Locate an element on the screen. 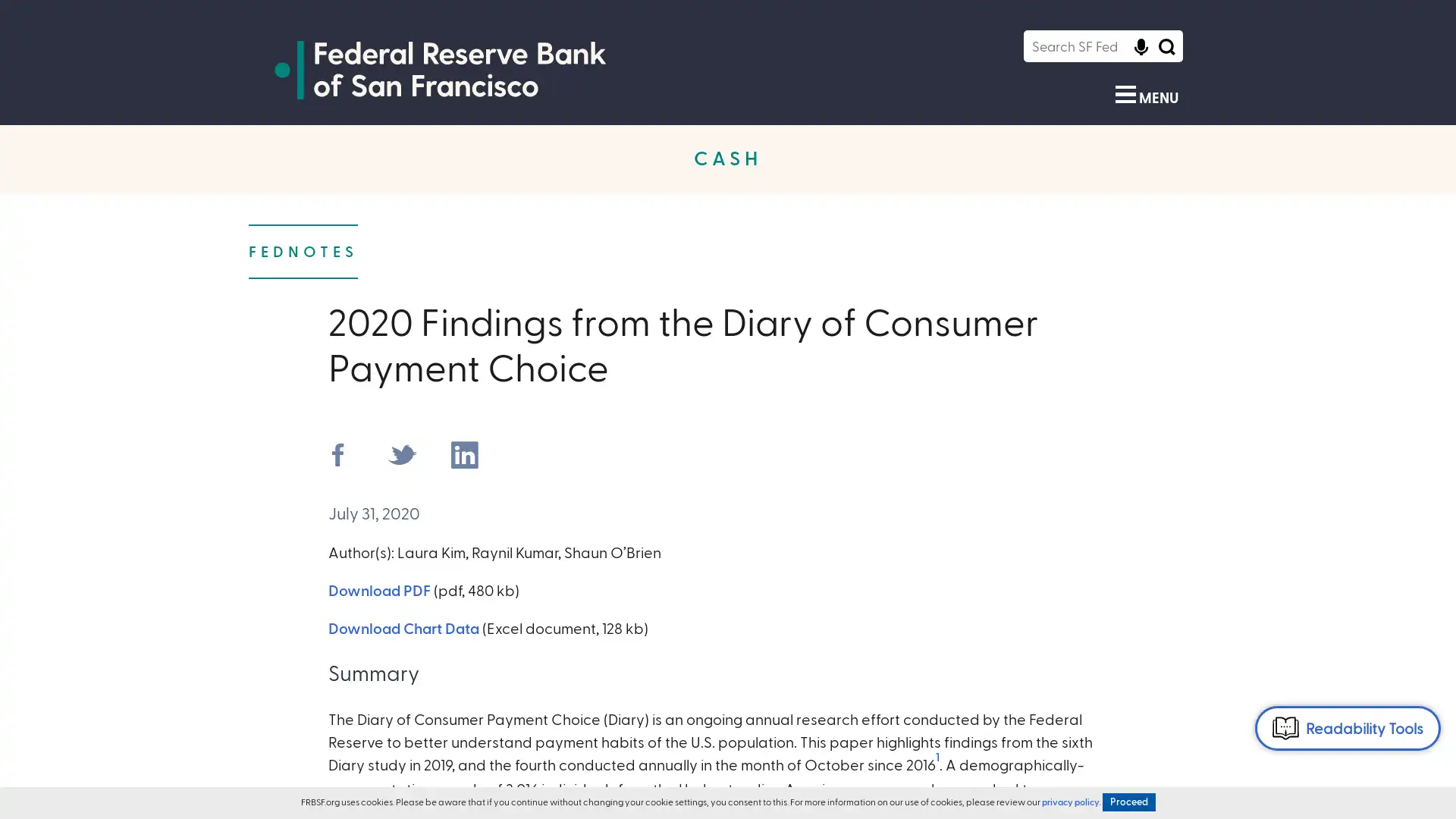 The width and height of the screenshot is (1456, 819). Click to start voice recognition Click to start voice recognition of search query is located at coordinates (1141, 45).